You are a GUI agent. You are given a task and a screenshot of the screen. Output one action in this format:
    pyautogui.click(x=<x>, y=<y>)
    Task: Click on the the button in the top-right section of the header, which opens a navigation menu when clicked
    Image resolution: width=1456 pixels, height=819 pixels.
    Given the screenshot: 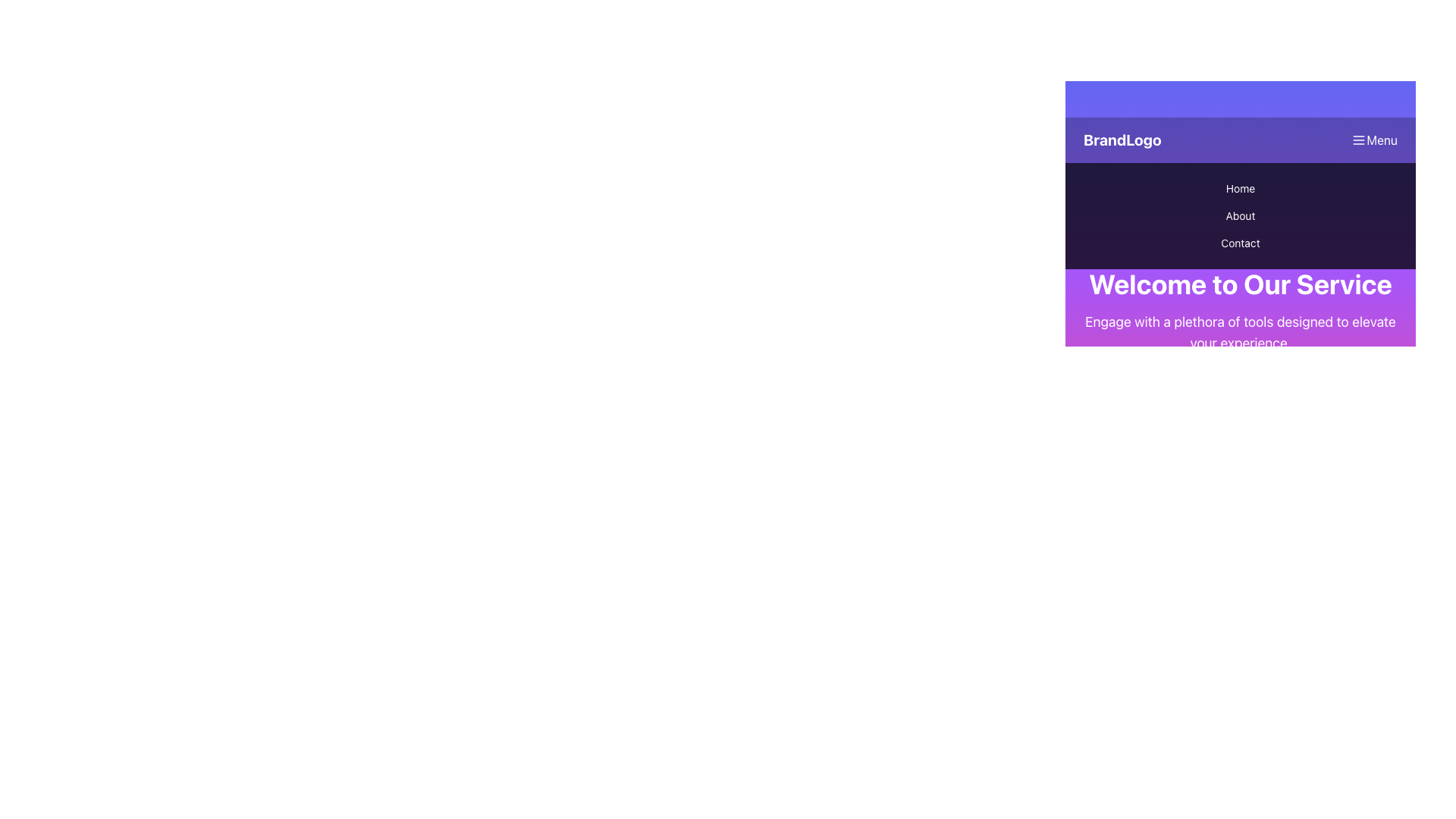 What is the action you would take?
    pyautogui.click(x=1374, y=140)
    